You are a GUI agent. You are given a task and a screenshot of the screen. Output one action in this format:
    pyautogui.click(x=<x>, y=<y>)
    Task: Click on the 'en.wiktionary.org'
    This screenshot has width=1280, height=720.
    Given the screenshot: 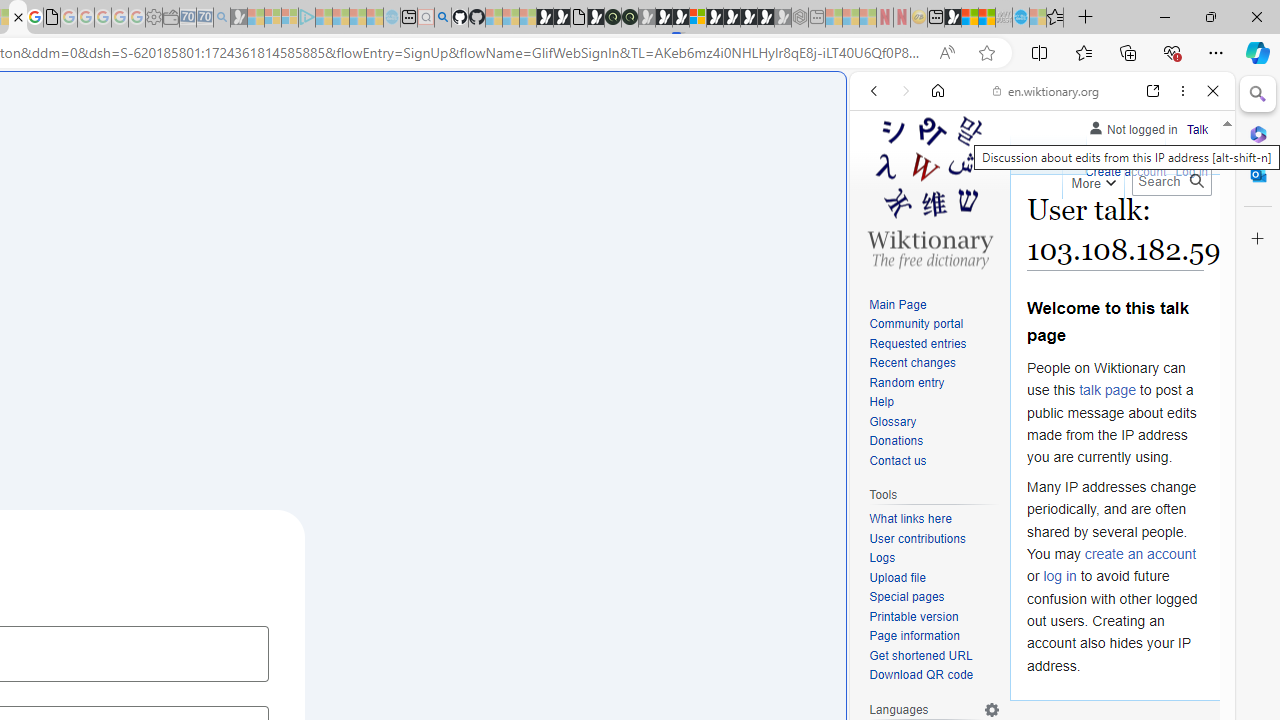 What is the action you would take?
    pyautogui.click(x=1045, y=91)
    